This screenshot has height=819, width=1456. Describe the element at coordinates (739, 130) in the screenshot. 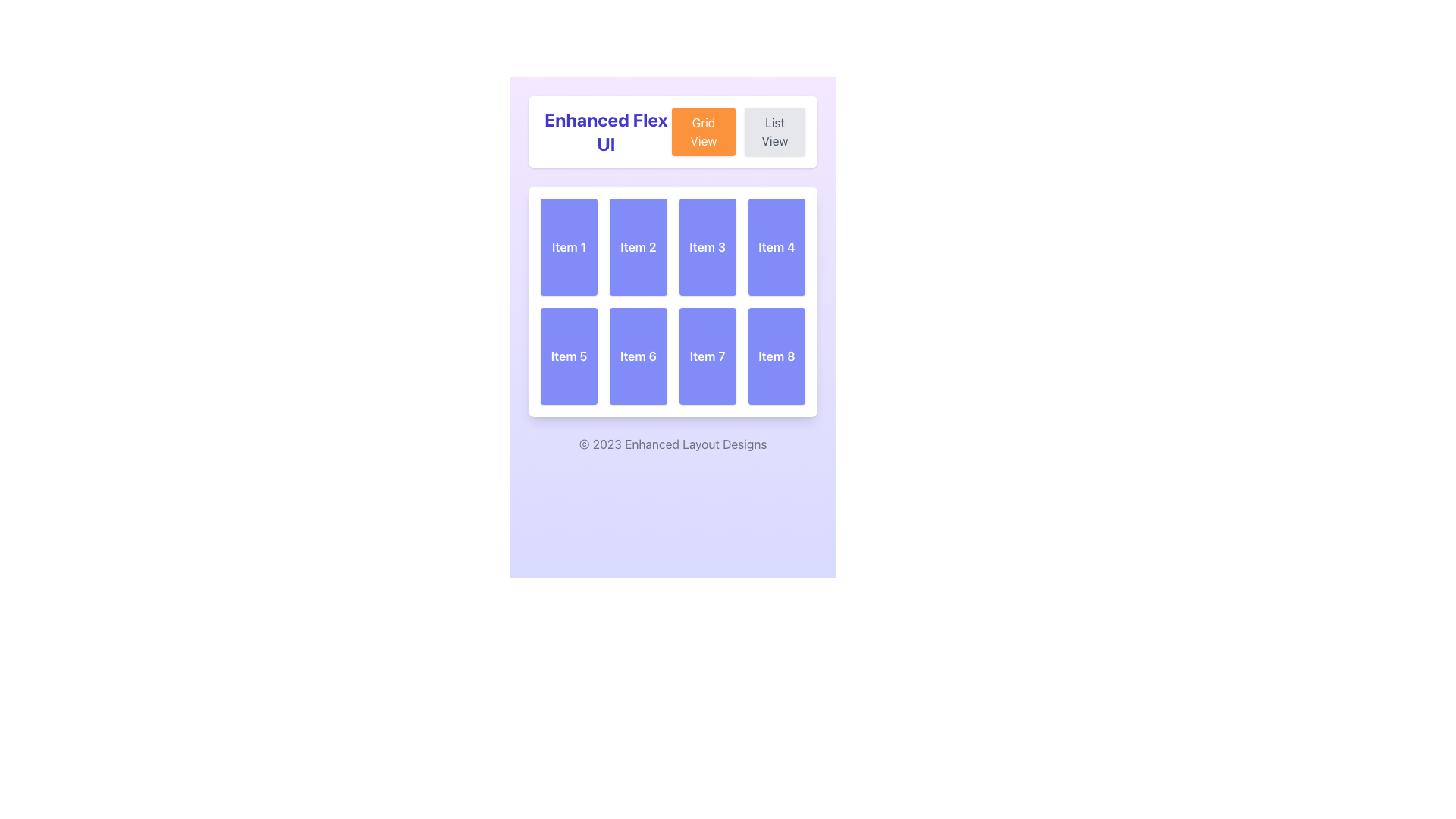

I see `the 'Grid View' button in the Button Group` at that location.